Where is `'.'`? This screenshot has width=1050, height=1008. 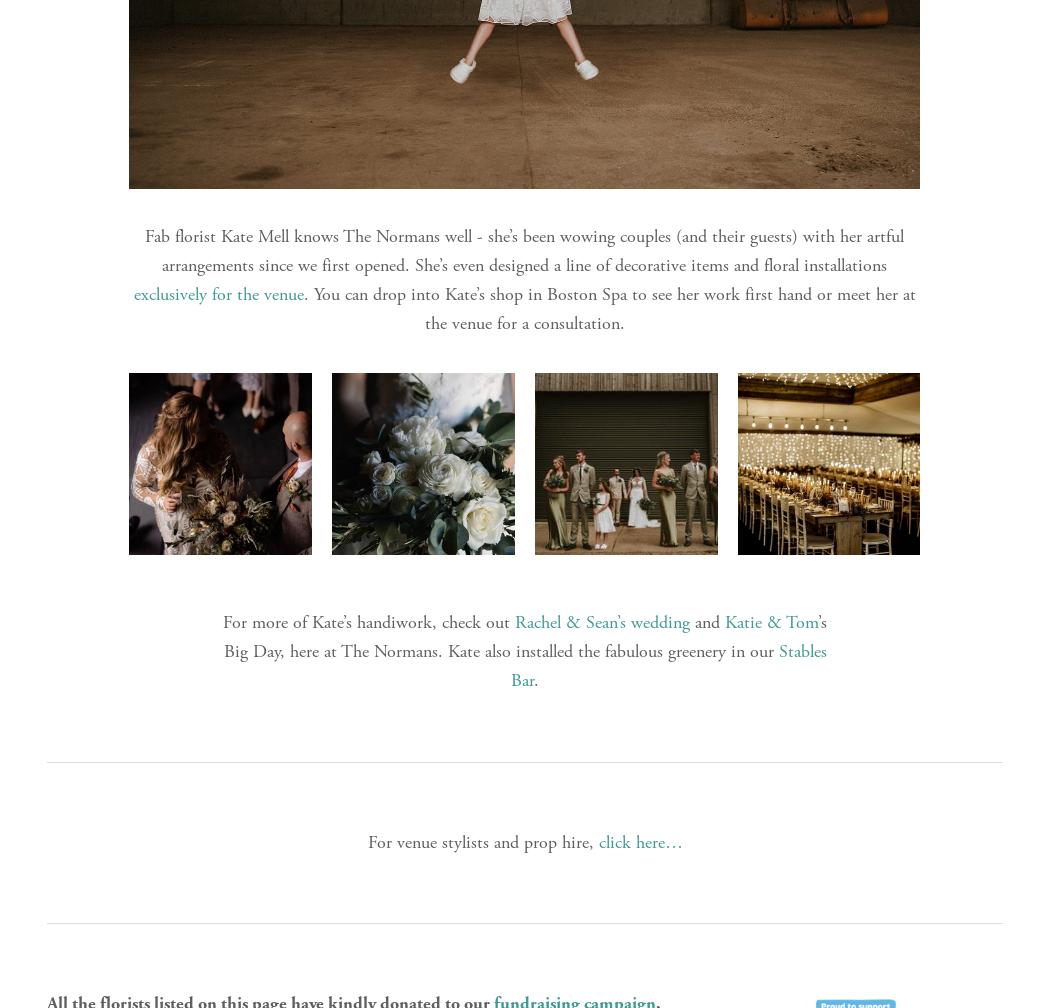
'.' is located at coordinates (536, 679).